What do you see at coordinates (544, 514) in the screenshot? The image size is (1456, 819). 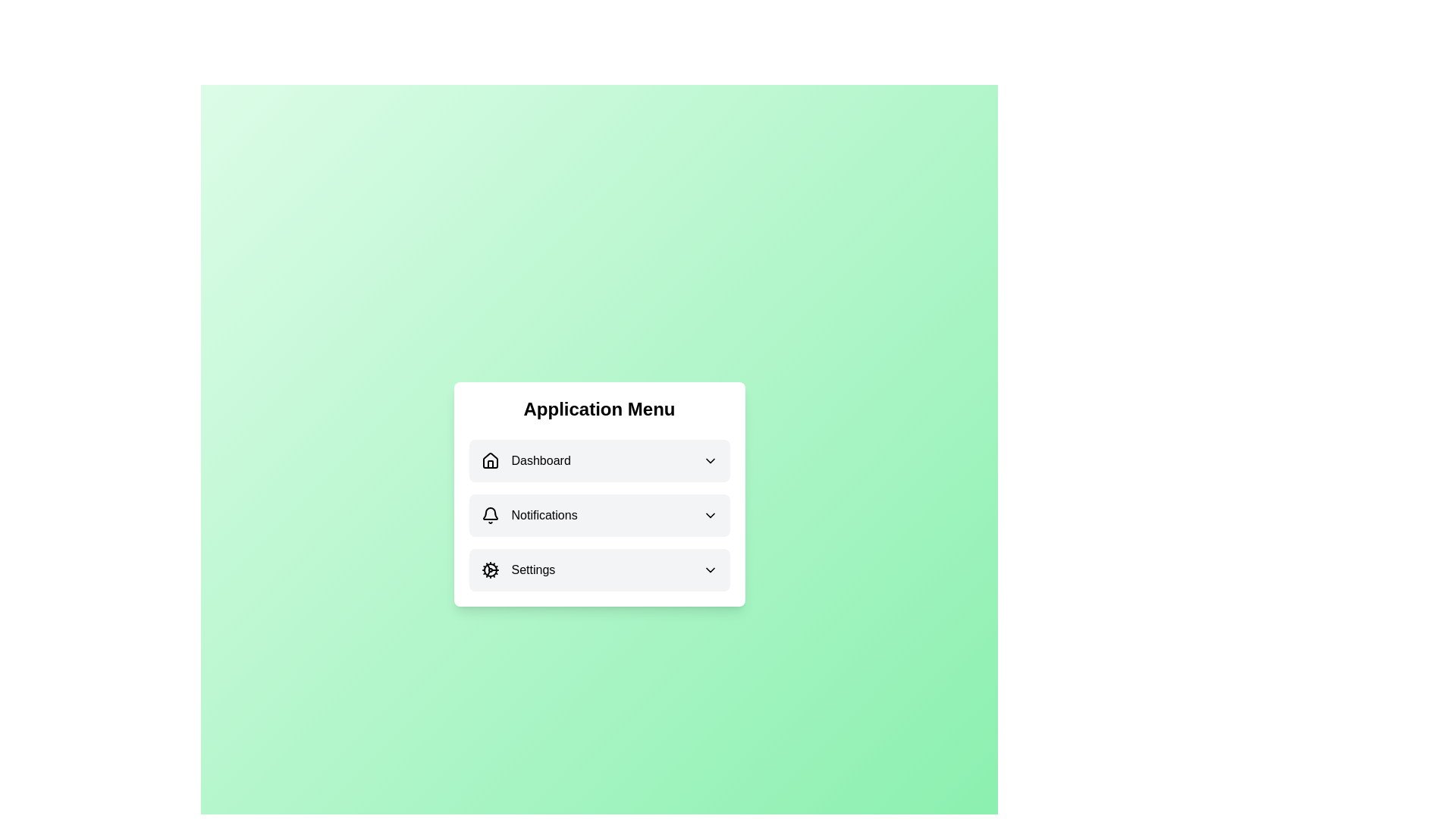 I see `text label that serves as the title for the notifications menu option, located in the middle-right section of the menu entry, positioned below 'Dashboard' and above 'Settings'` at bounding box center [544, 514].